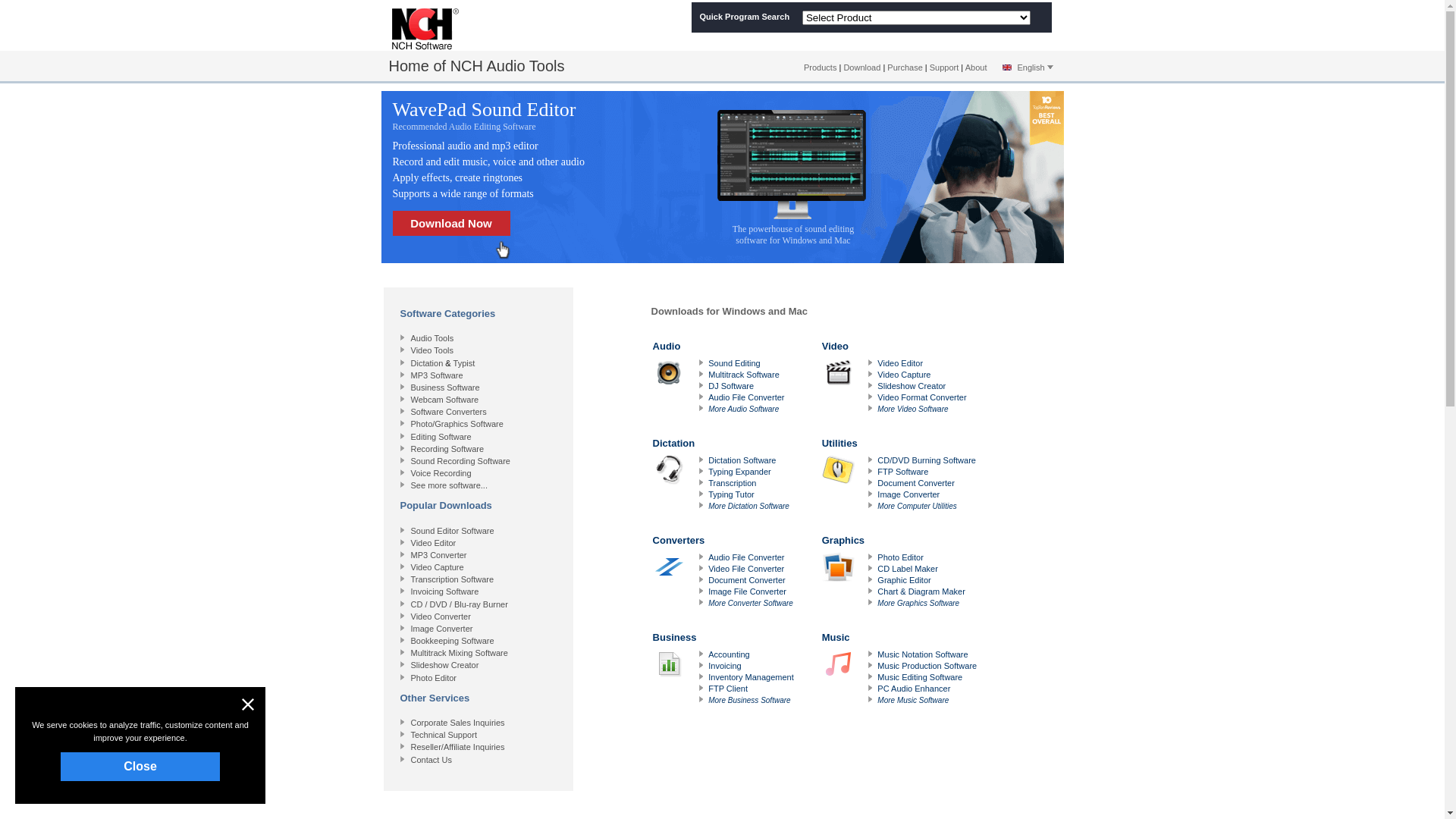 The height and width of the screenshot is (819, 1456). Describe the element at coordinates (750, 602) in the screenshot. I see `'More Converter Software'` at that location.